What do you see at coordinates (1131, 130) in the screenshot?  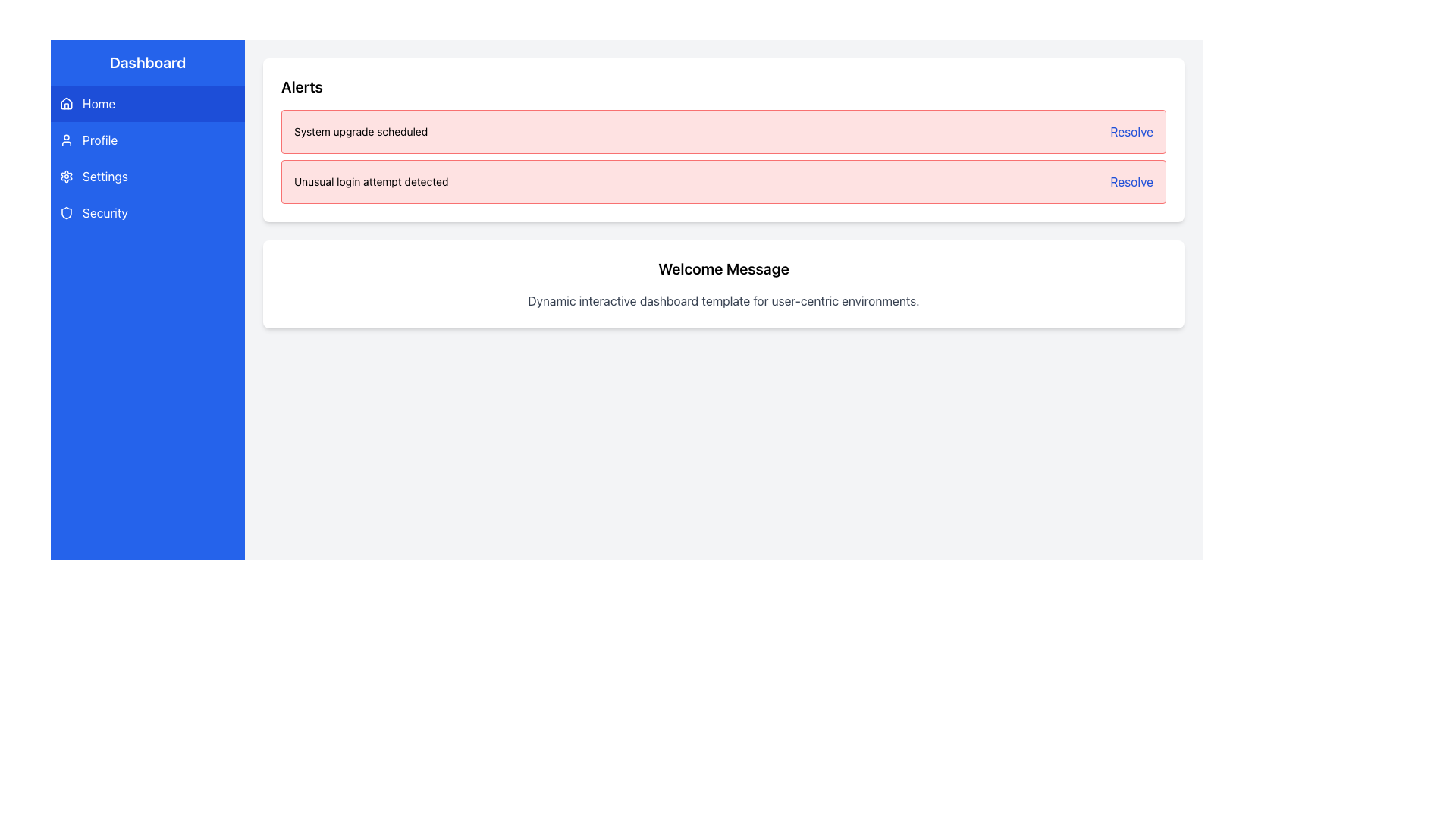 I see `the hyperlink located on the right side of the alert bar labeled 'System upgrade scheduled'` at bounding box center [1131, 130].